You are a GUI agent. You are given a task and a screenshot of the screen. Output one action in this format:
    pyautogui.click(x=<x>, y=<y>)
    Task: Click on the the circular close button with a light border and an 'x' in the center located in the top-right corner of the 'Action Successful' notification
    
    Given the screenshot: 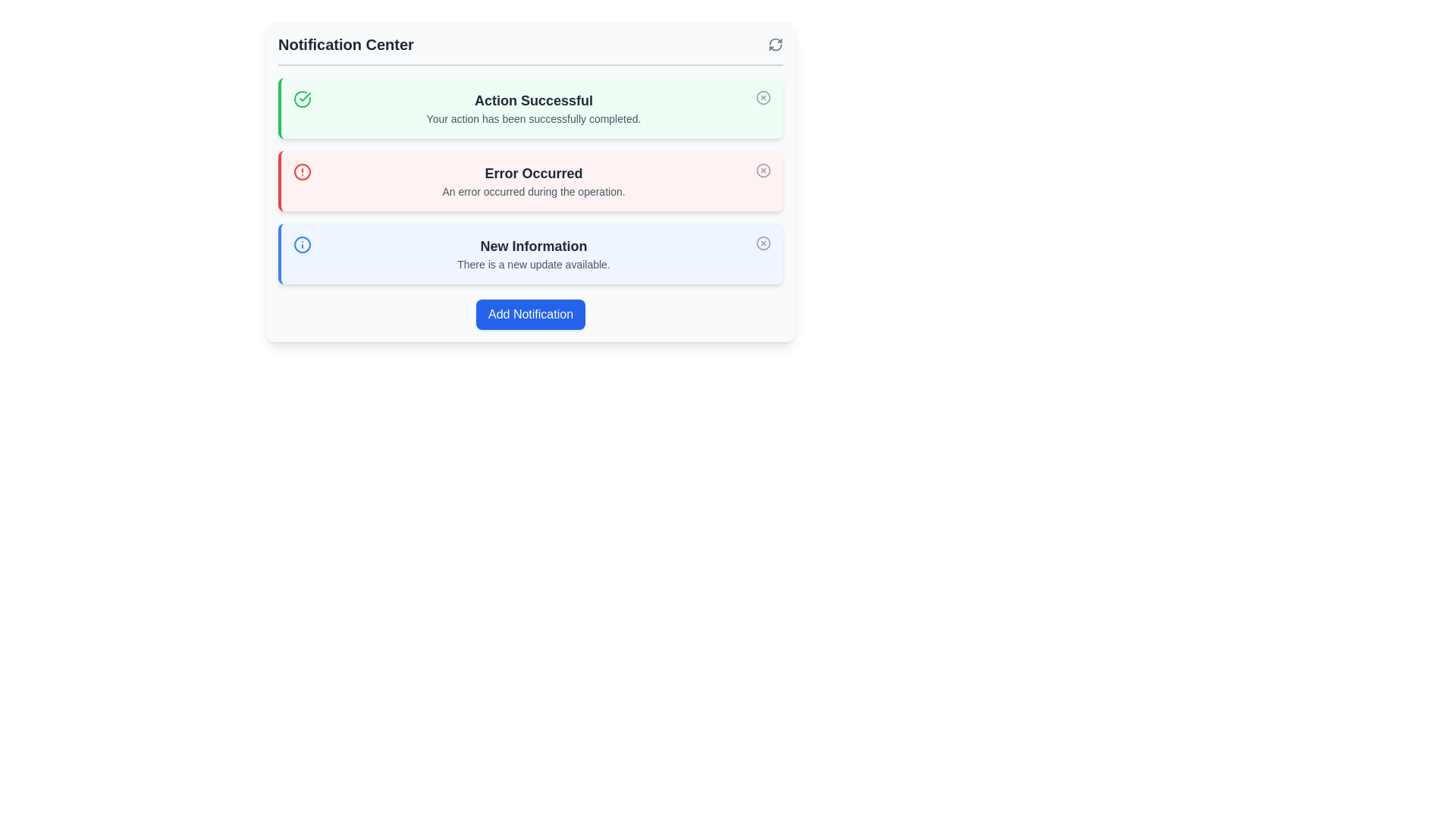 What is the action you would take?
    pyautogui.click(x=764, y=97)
    